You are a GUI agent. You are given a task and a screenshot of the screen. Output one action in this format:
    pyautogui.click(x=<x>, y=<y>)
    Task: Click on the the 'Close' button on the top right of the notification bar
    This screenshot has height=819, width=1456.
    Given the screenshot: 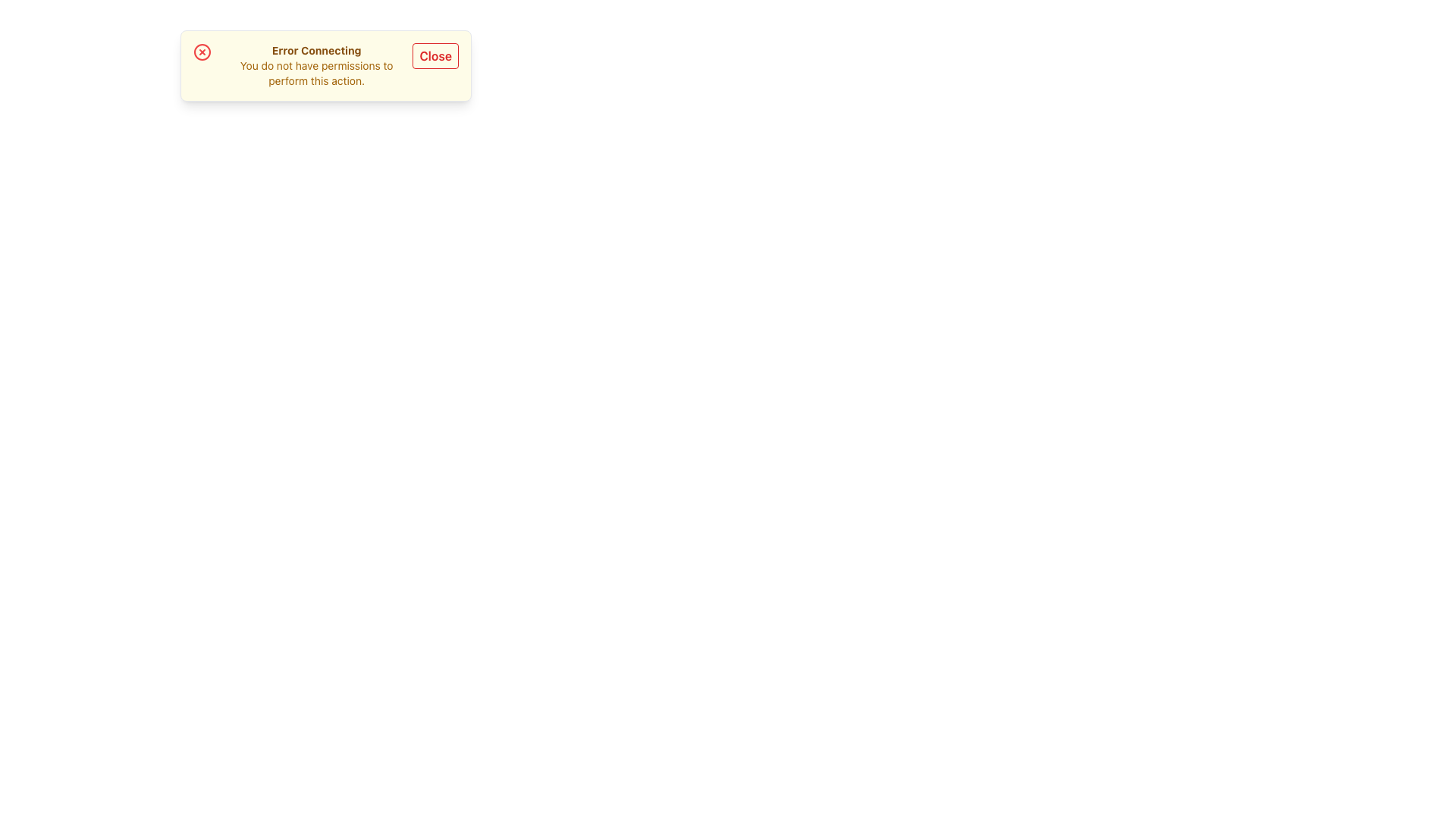 What is the action you would take?
    pyautogui.click(x=435, y=65)
    